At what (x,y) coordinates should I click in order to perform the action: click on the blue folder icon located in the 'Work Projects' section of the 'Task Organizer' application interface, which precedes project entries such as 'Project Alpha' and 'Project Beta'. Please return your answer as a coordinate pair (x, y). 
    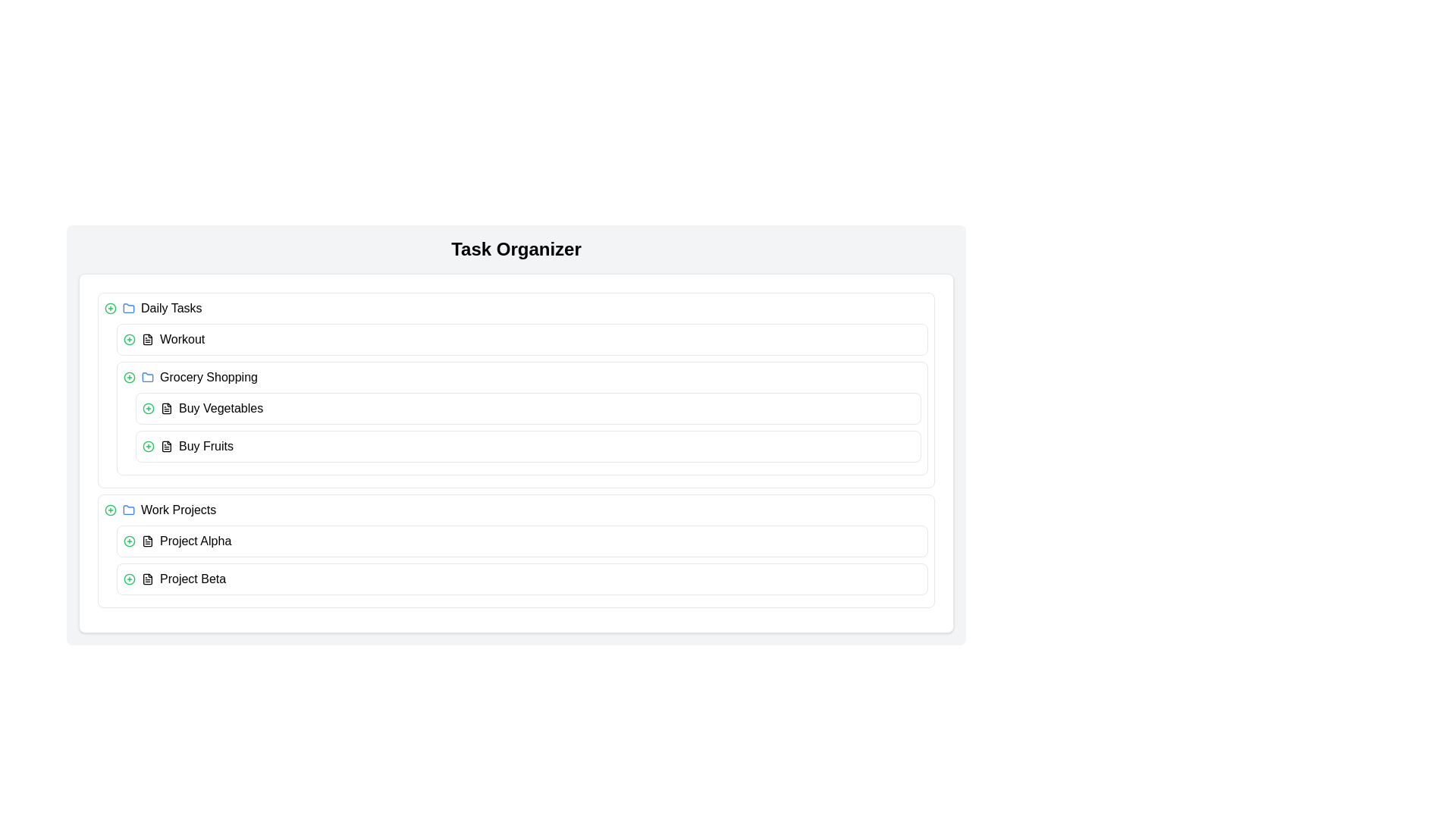
    Looking at the image, I should click on (128, 307).